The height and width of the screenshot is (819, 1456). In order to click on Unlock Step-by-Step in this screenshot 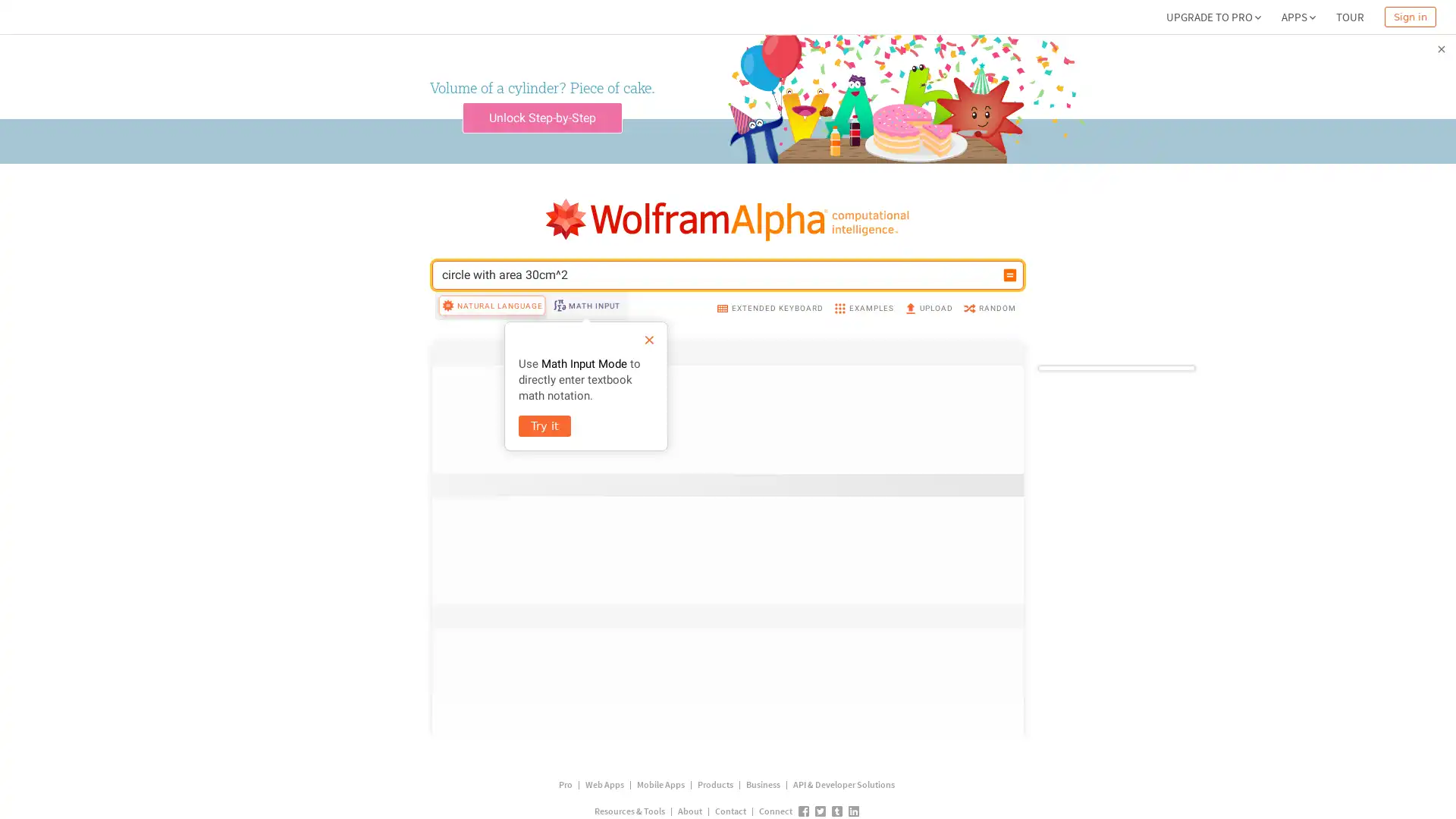, I will do `click(541, 117)`.